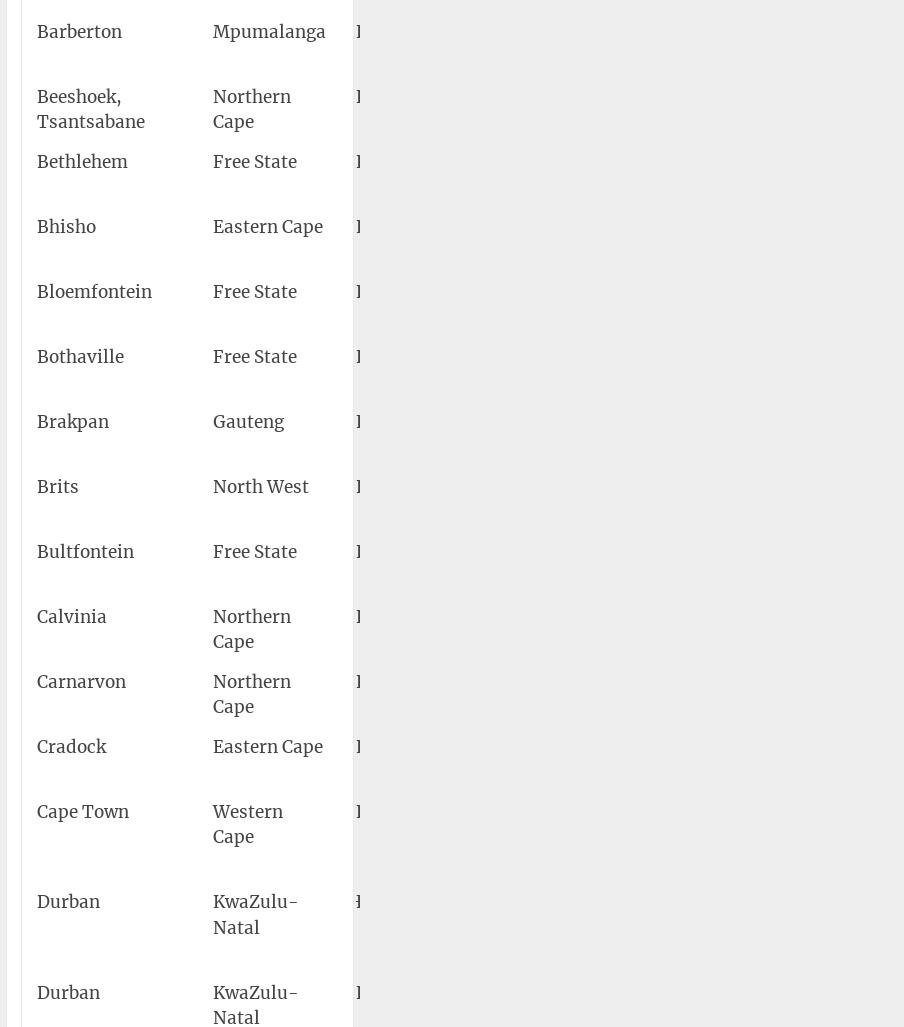  What do you see at coordinates (695, 823) in the screenshot?
I see `'33°58′05″S 018°36′17″E'` at bounding box center [695, 823].